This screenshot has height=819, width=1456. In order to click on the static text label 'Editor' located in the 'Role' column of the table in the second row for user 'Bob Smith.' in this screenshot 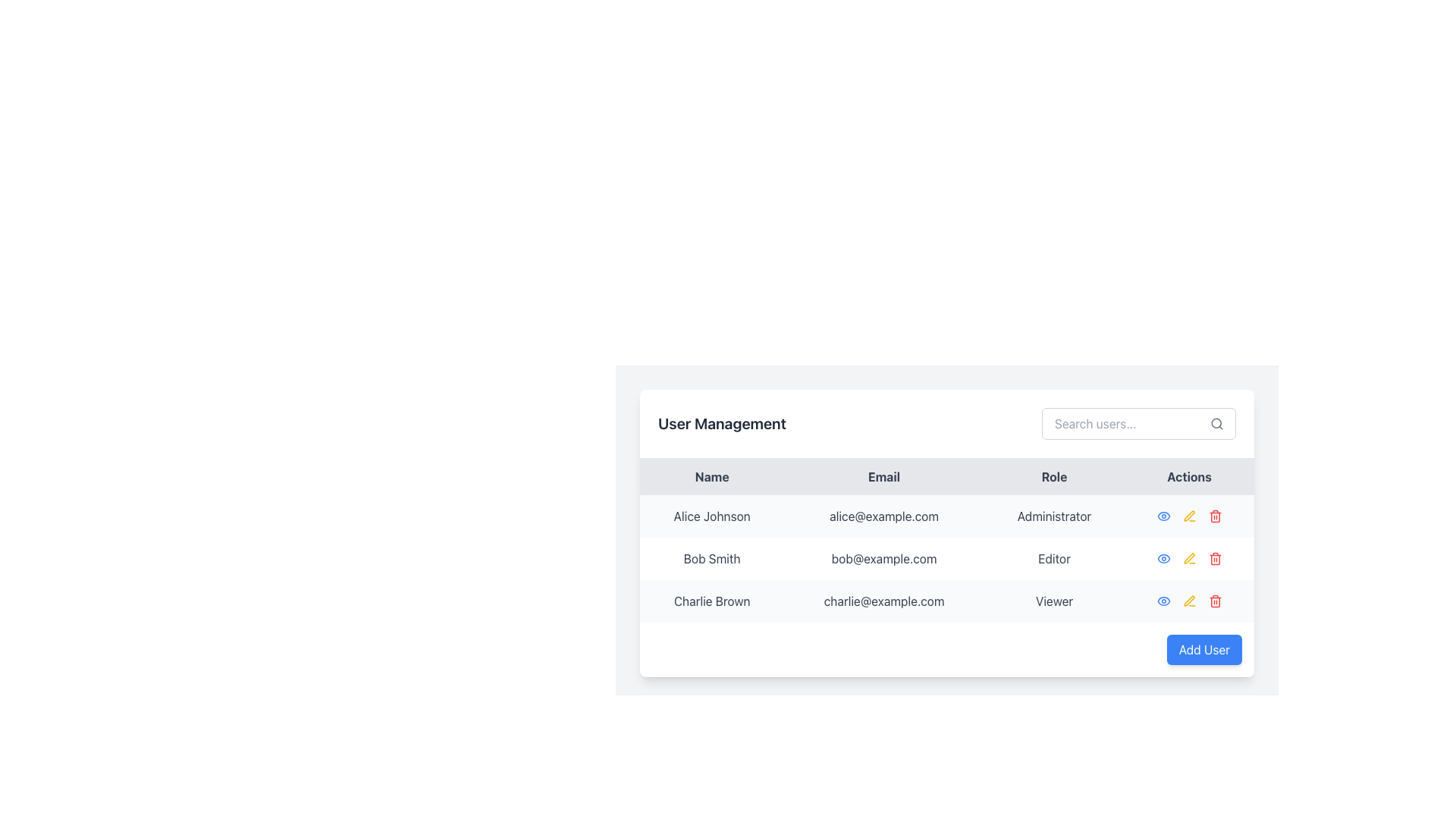, I will do `click(1053, 558)`.